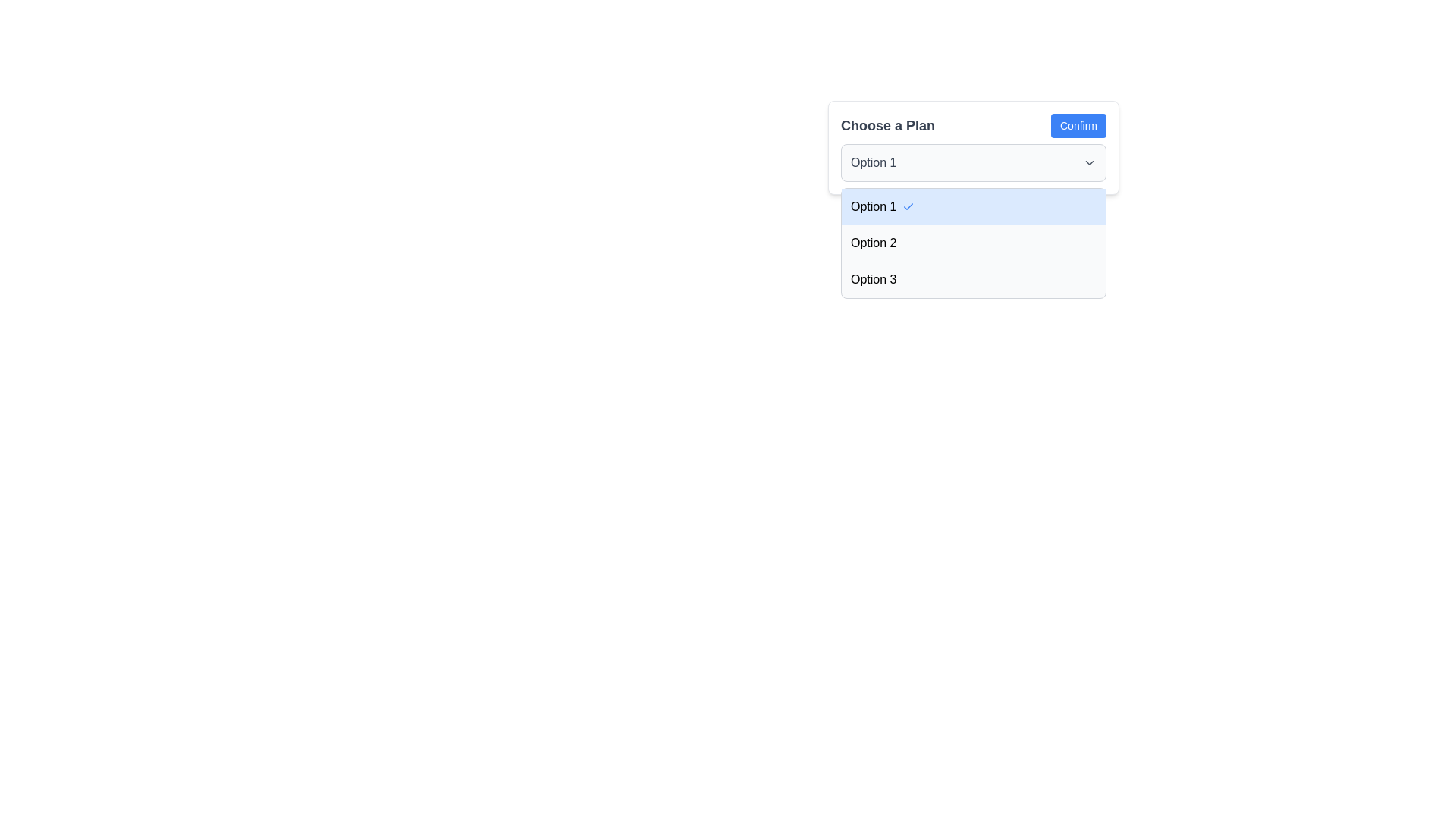 The height and width of the screenshot is (819, 1456). Describe the element at coordinates (973, 242) in the screenshot. I see `the menu item labeled 'Option 2'` at that location.